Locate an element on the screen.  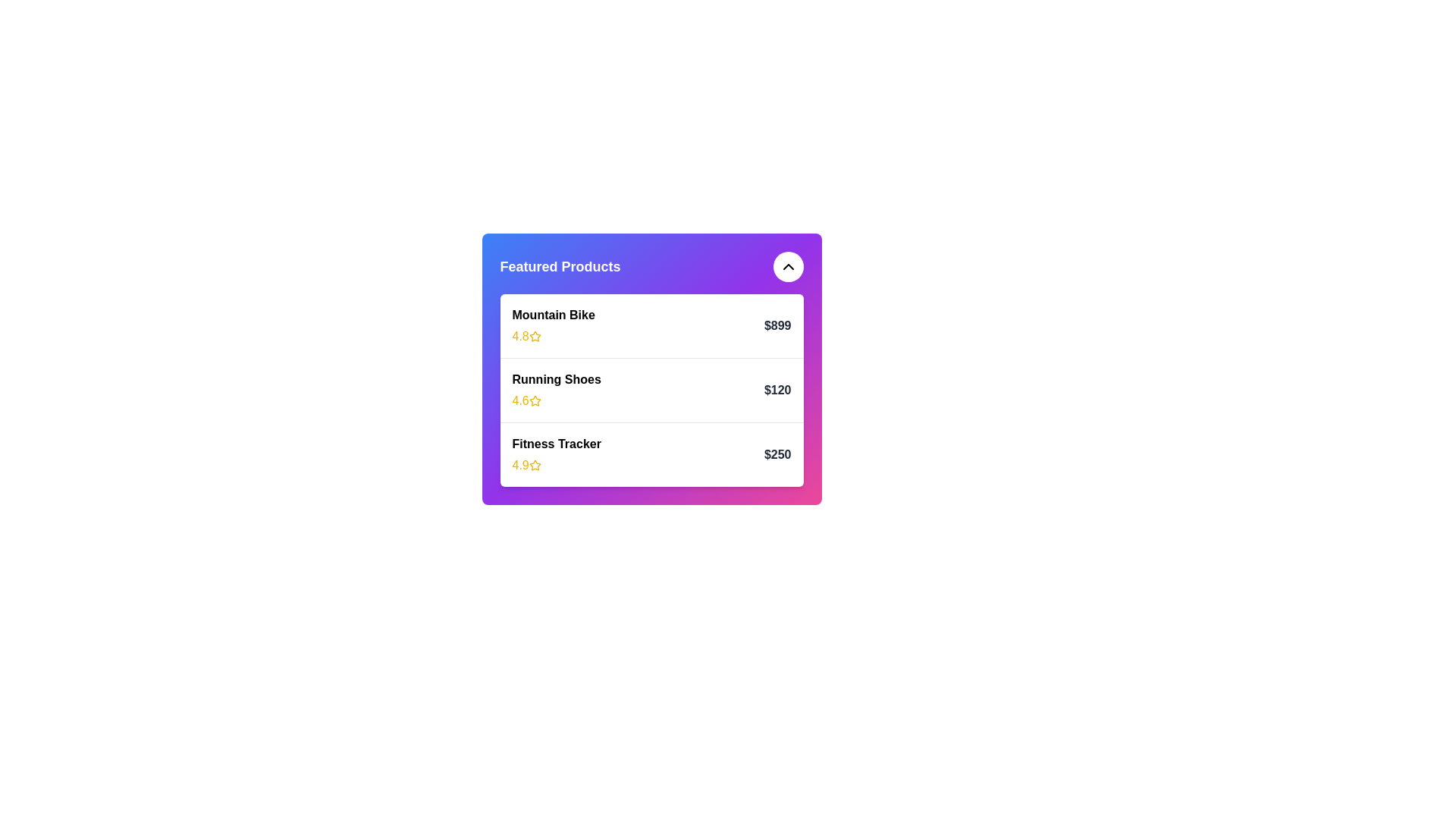
the text label indicating the price of the 'Fitness Tracker' product is located at coordinates (777, 454).